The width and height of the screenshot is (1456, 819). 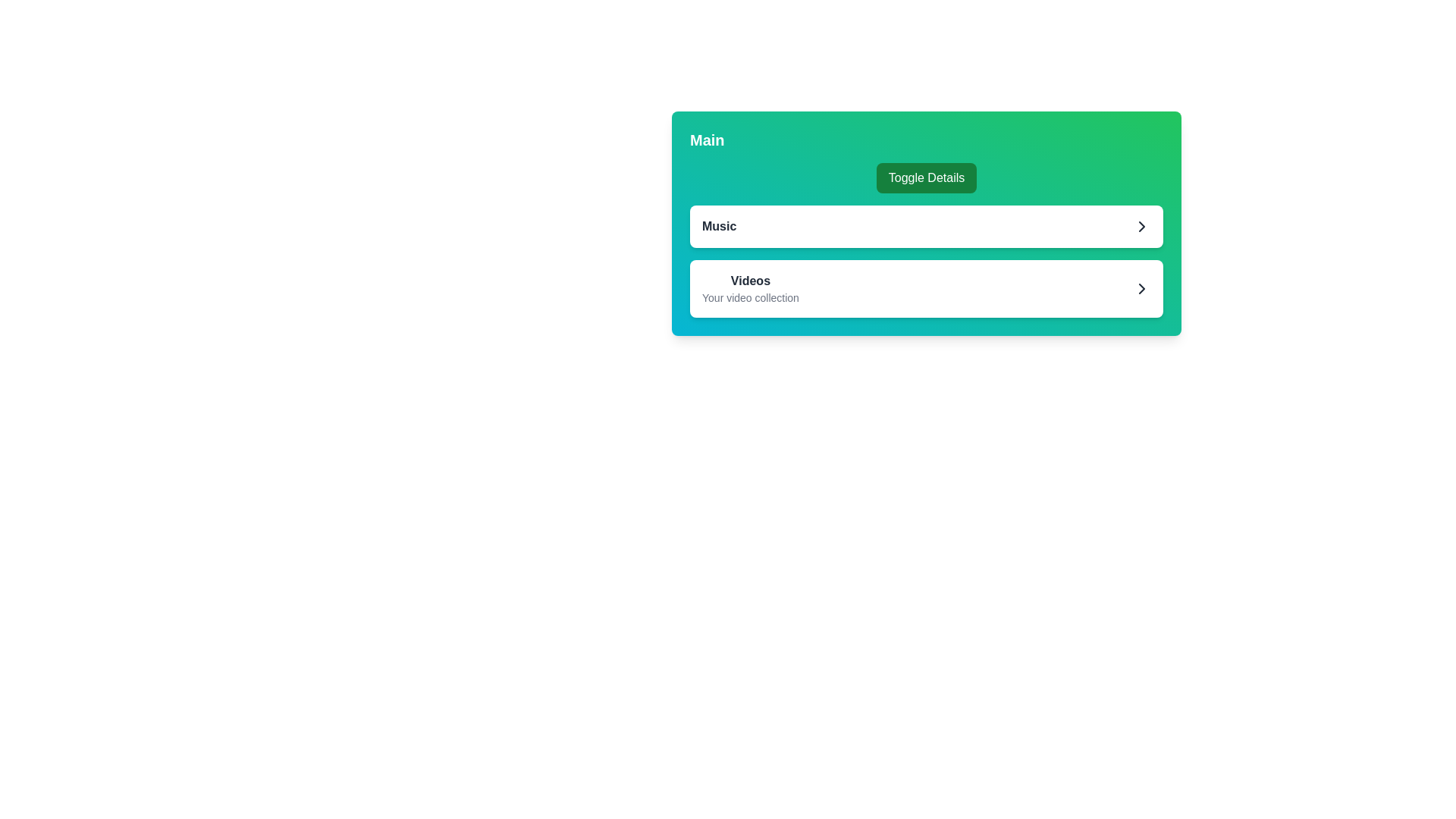 I want to click on the 'Videos' section heading text label, which is positioned above the description 'Your video collection' and located towards the right-center of the interface, so click(x=750, y=281).